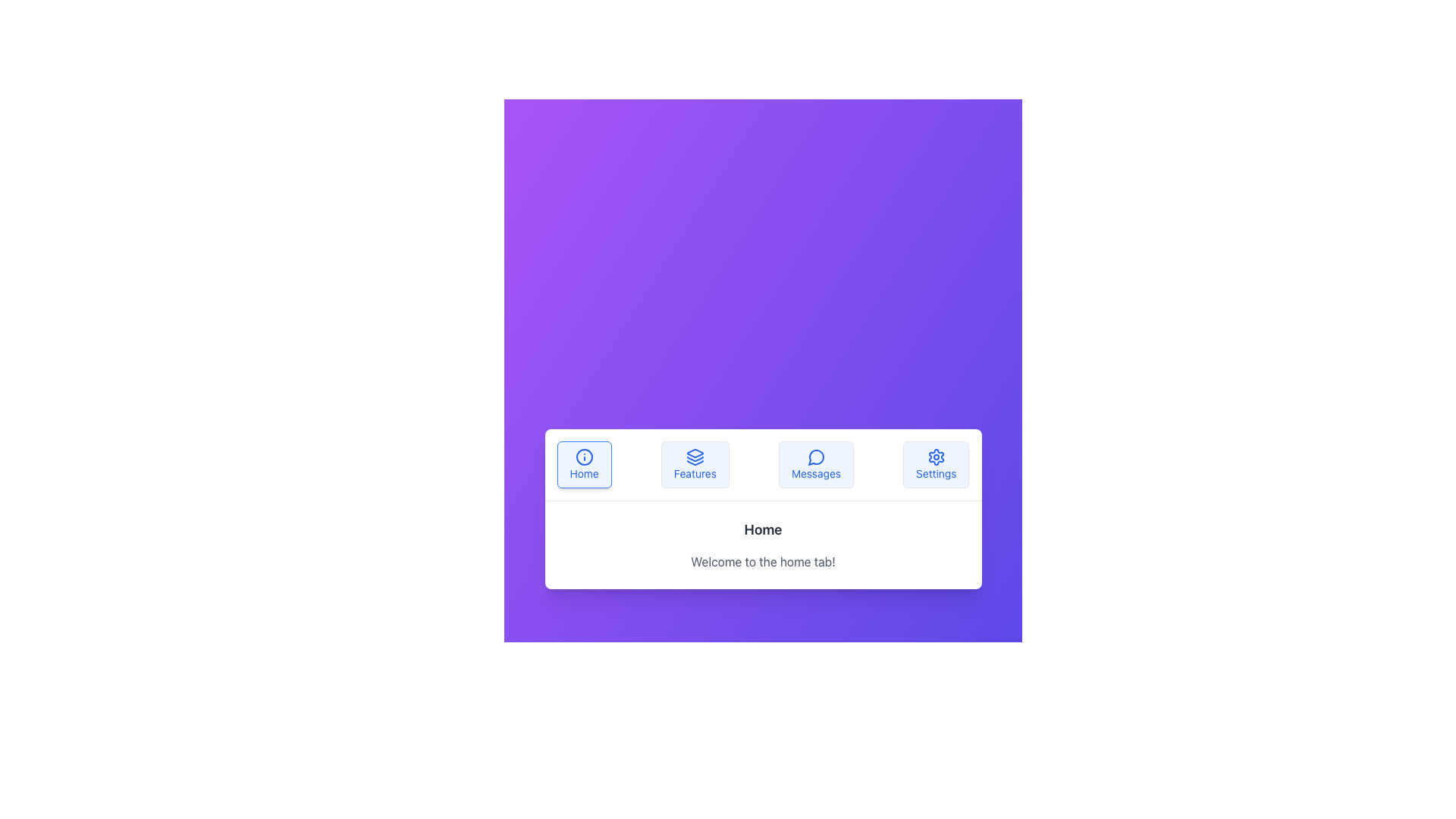 Image resolution: width=1456 pixels, height=819 pixels. I want to click on the circular 'info' icon with a blue stroke and white background located in the 'Home' section of the horizontal navigation menu, so click(583, 456).